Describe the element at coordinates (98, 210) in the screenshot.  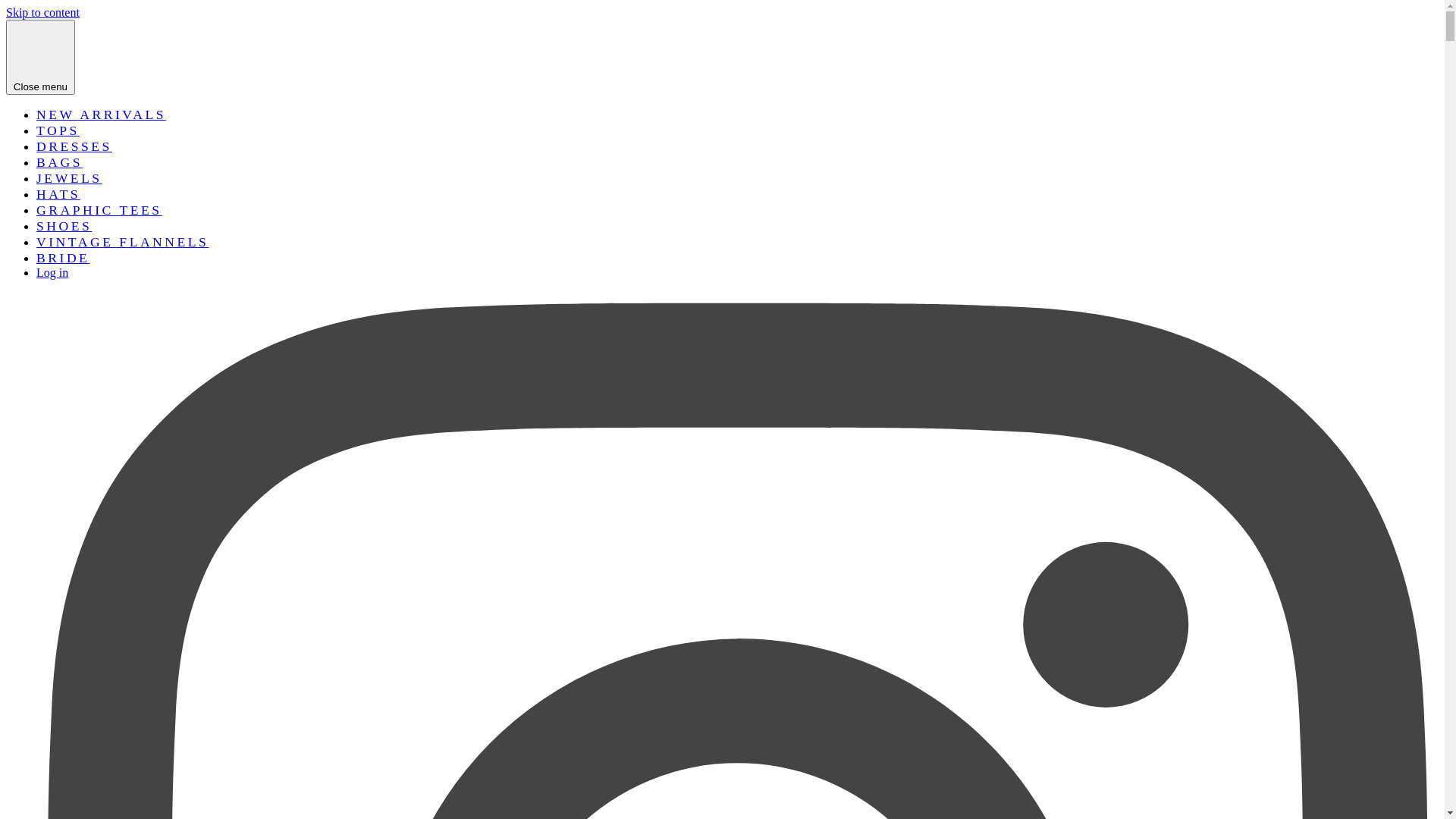
I see `'GRAPHIC TEES'` at that location.